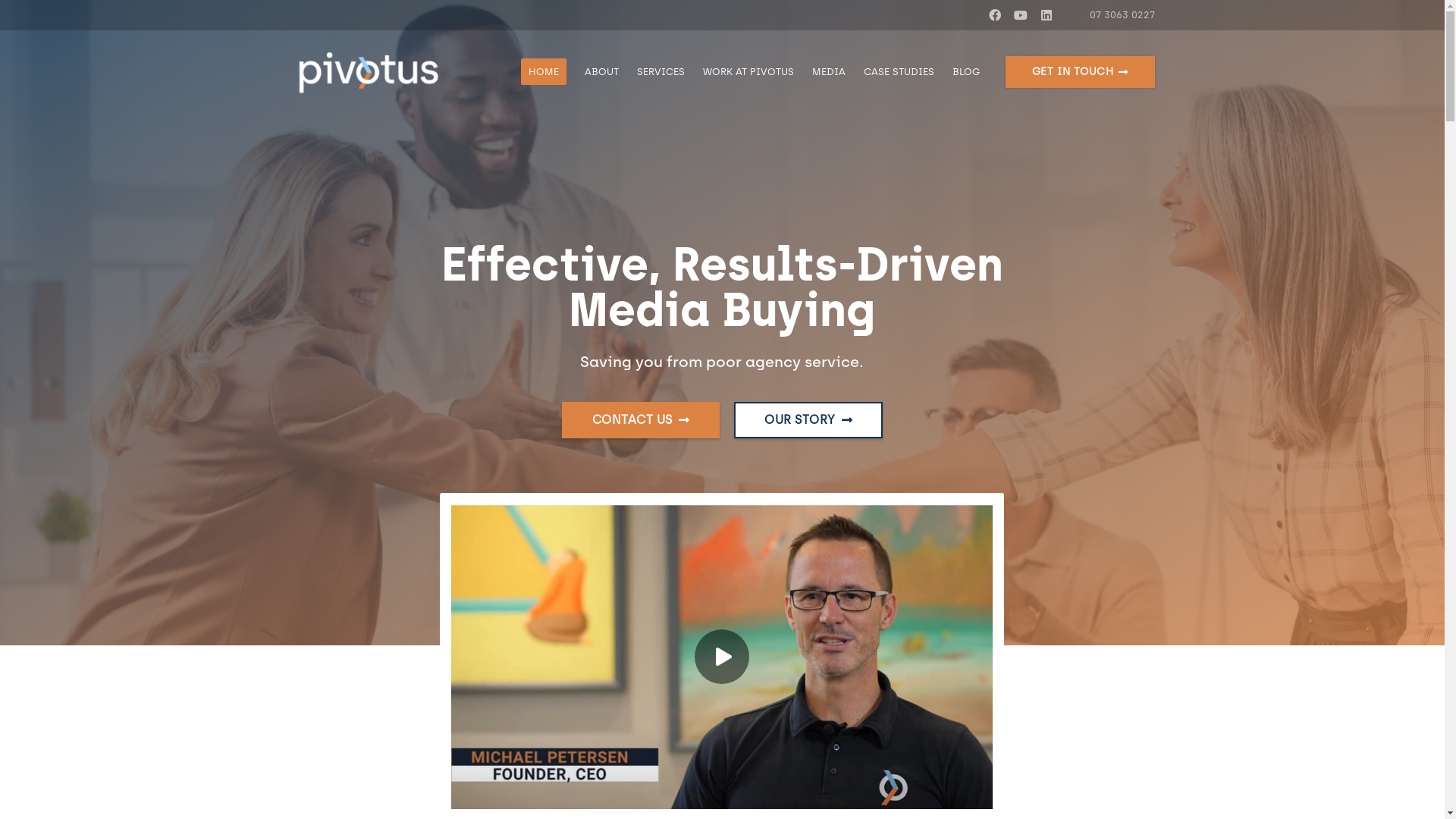 Image resolution: width=1456 pixels, height=819 pixels. I want to click on 'WORK AT PIVOTUS', so click(748, 72).